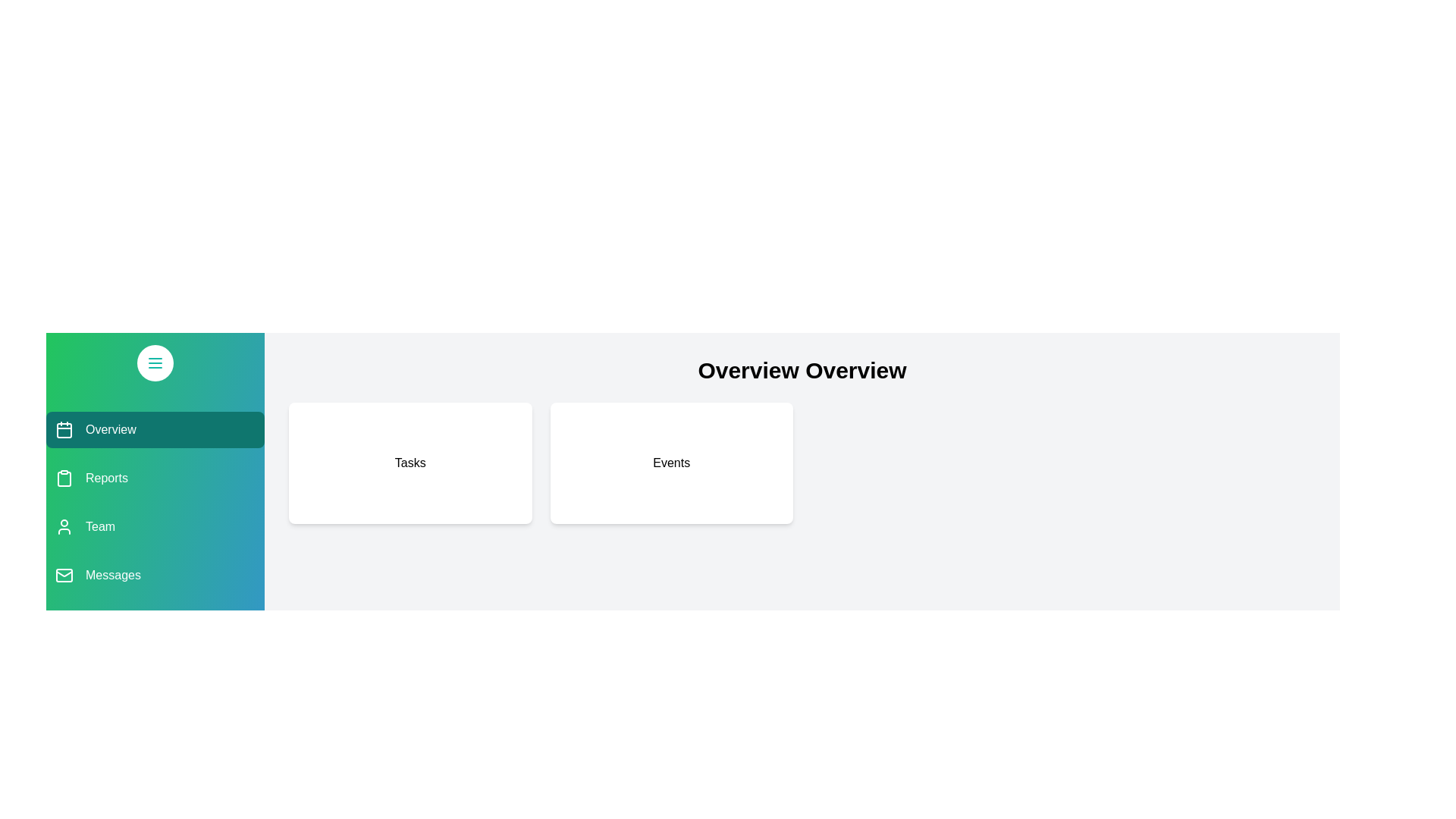 The width and height of the screenshot is (1456, 819). What do you see at coordinates (155, 479) in the screenshot?
I see `the menu item labeled 'Reports' to see its hover effect` at bounding box center [155, 479].